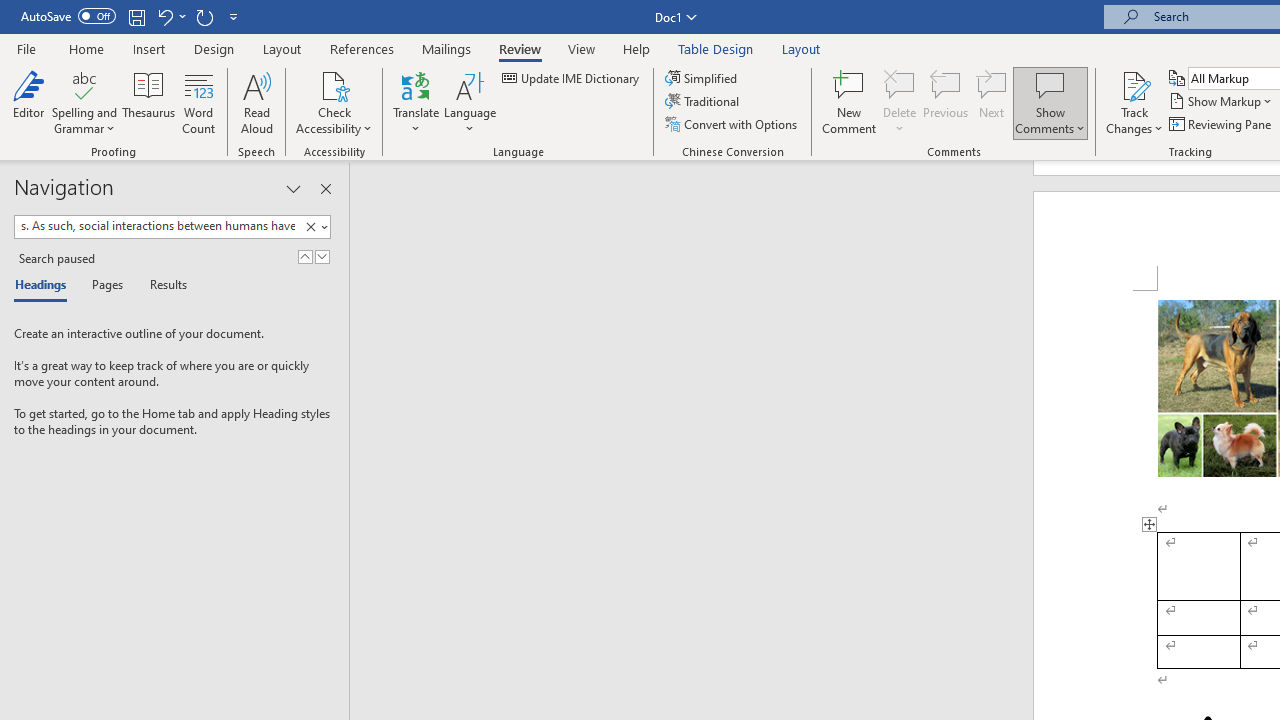 This screenshot has height=720, width=1280. Describe the element at coordinates (334, 103) in the screenshot. I see `'Check Accessibility'` at that location.